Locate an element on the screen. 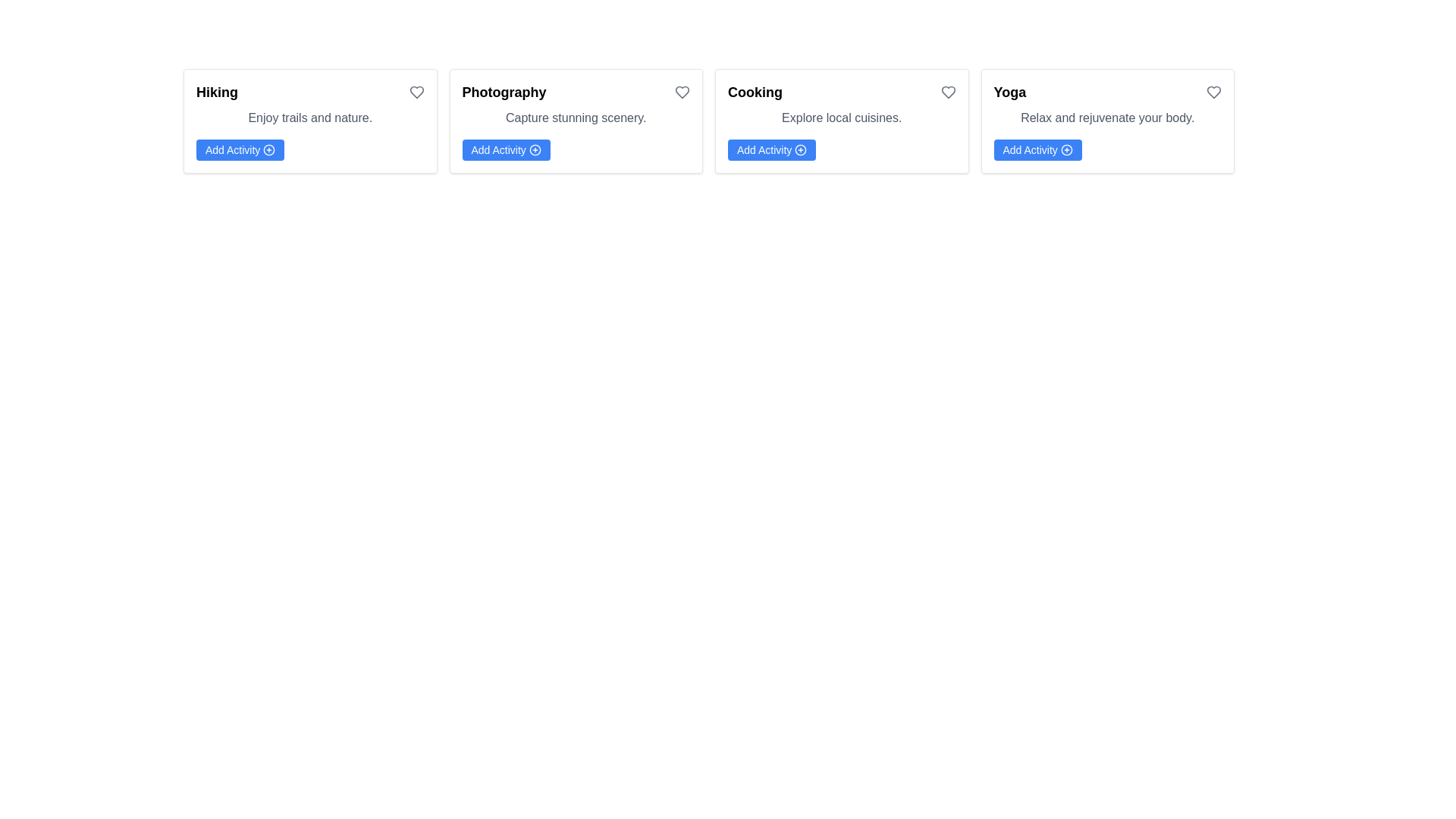 The height and width of the screenshot is (819, 1456). the heart-shaped button with a hollow outline, styled in gray, located in the top-right corner of the 'Cooking' card for keyboard interaction is located at coordinates (947, 93).